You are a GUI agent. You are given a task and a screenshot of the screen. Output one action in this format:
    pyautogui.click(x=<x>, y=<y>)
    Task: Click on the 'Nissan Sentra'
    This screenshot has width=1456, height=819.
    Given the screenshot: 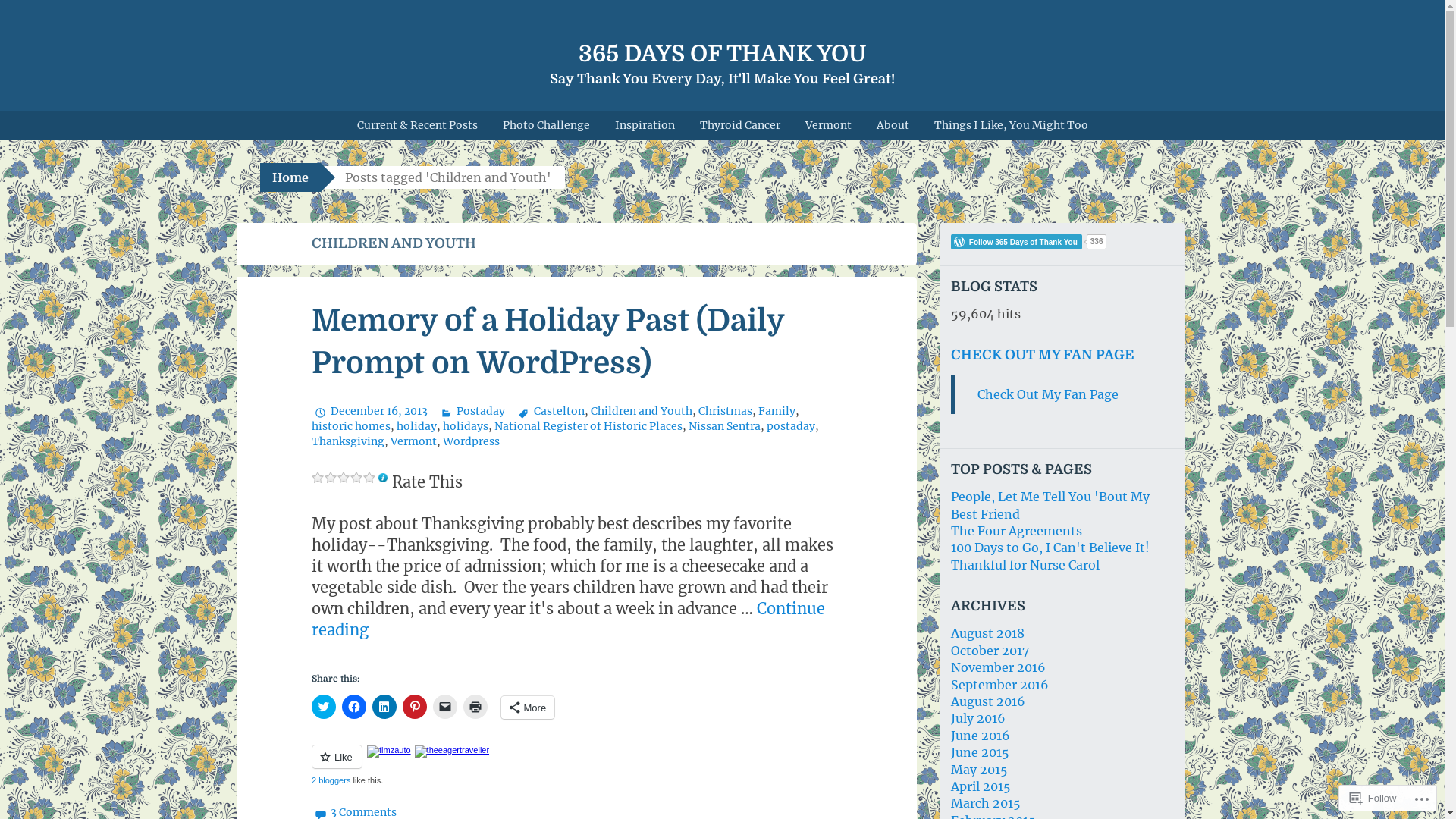 What is the action you would take?
    pyautogui.click(x=687, y=426)
    